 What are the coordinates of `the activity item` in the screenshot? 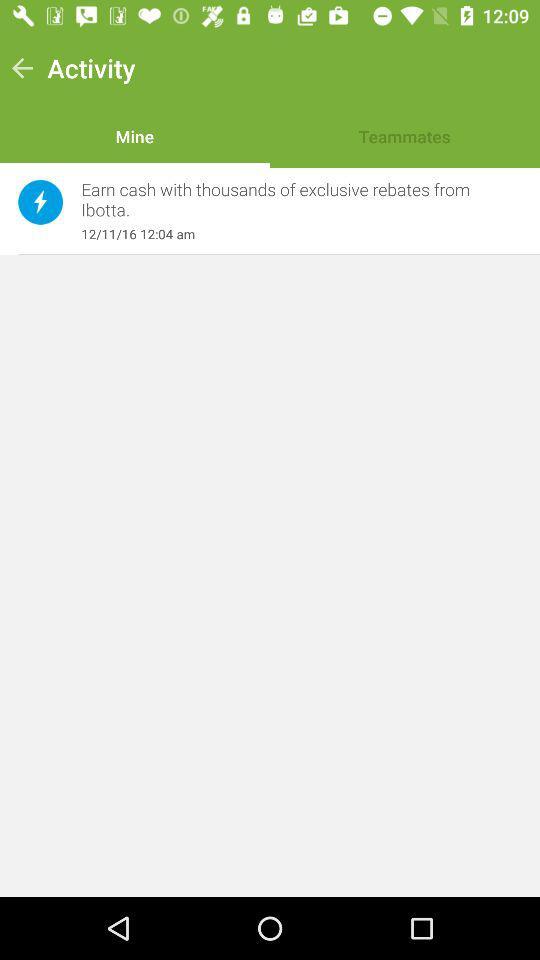 It's located at (90, 68).